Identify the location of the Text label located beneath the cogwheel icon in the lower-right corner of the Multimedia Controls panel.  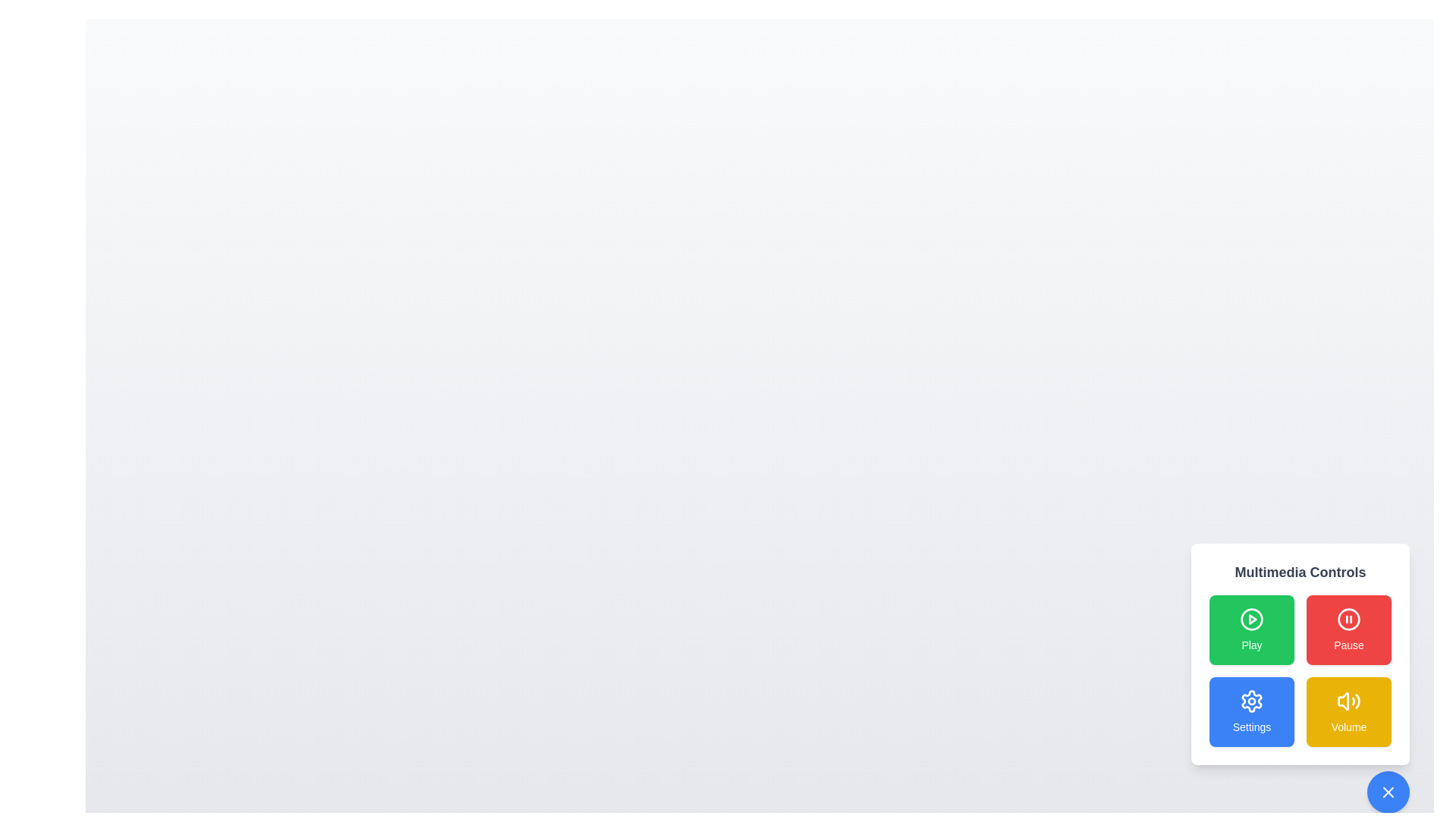
(1252, 726).